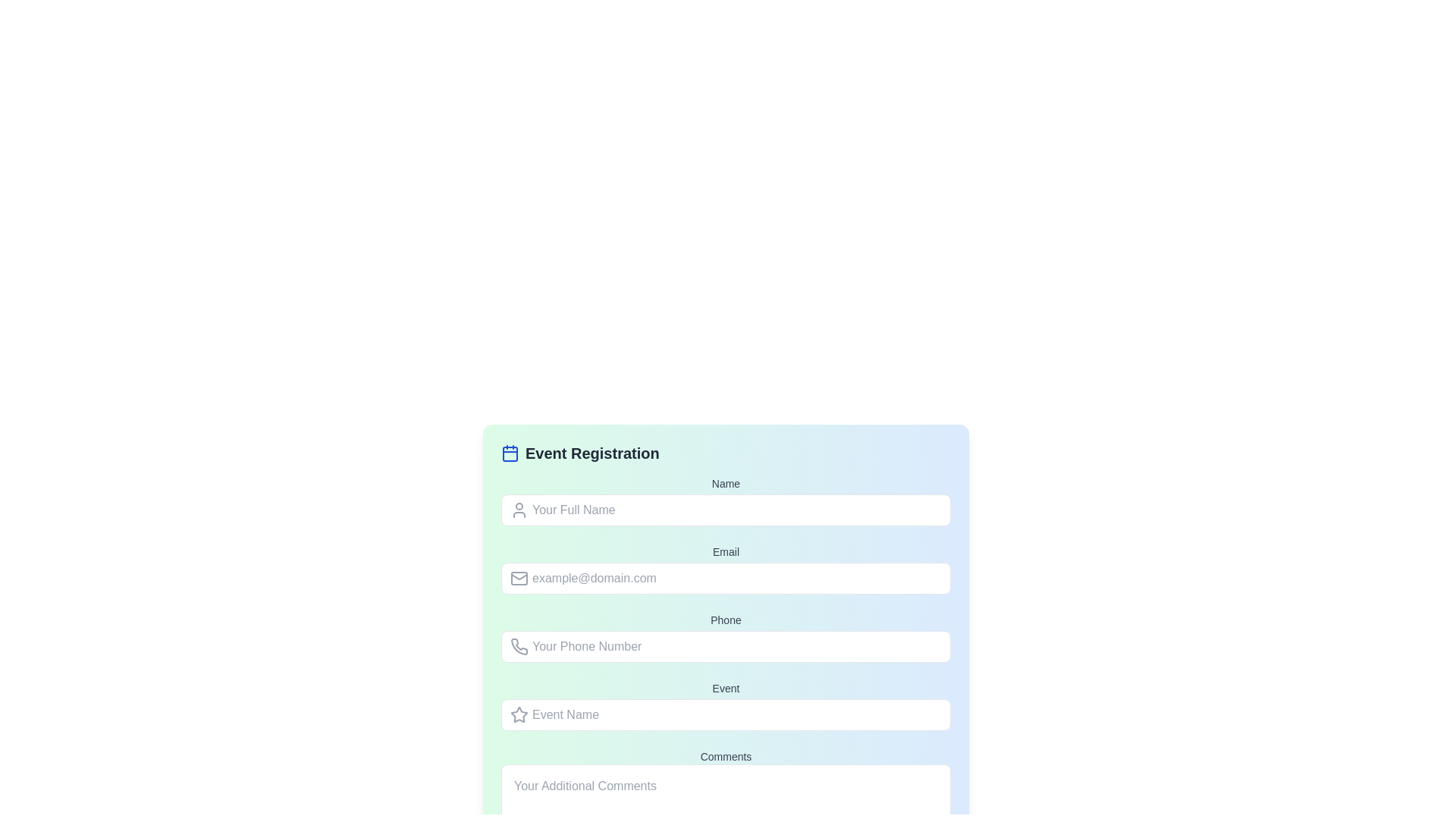 This screenshot has width=1456, height=819. What do you see at coordinates (519, 714) in the screenshot?
I see `the gray star-shaped icon located to the left of the 'Event Name' text field in the event registration form` at bounding box center [519, 714].